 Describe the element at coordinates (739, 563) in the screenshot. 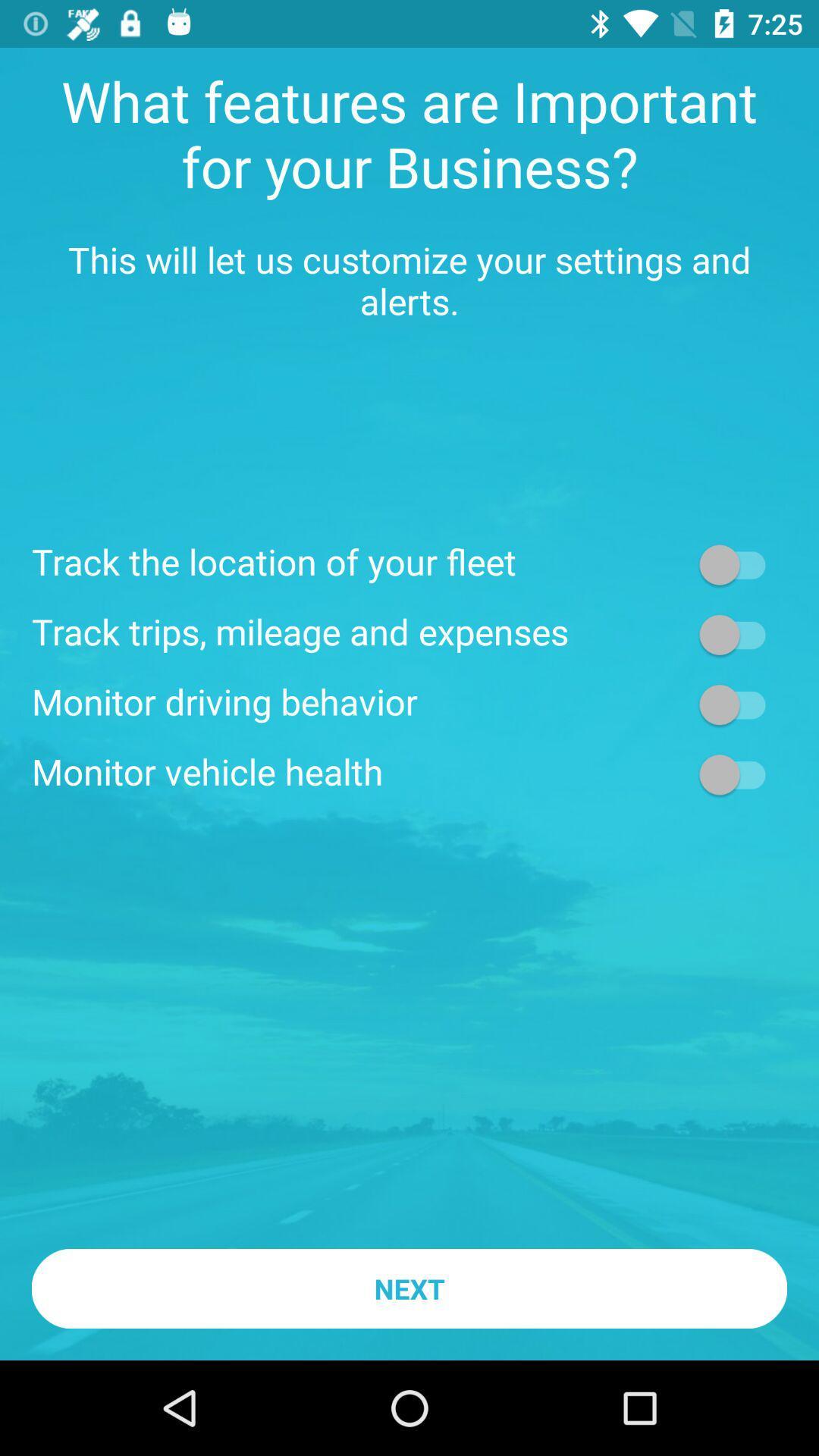

I see `open and close option` at that location.